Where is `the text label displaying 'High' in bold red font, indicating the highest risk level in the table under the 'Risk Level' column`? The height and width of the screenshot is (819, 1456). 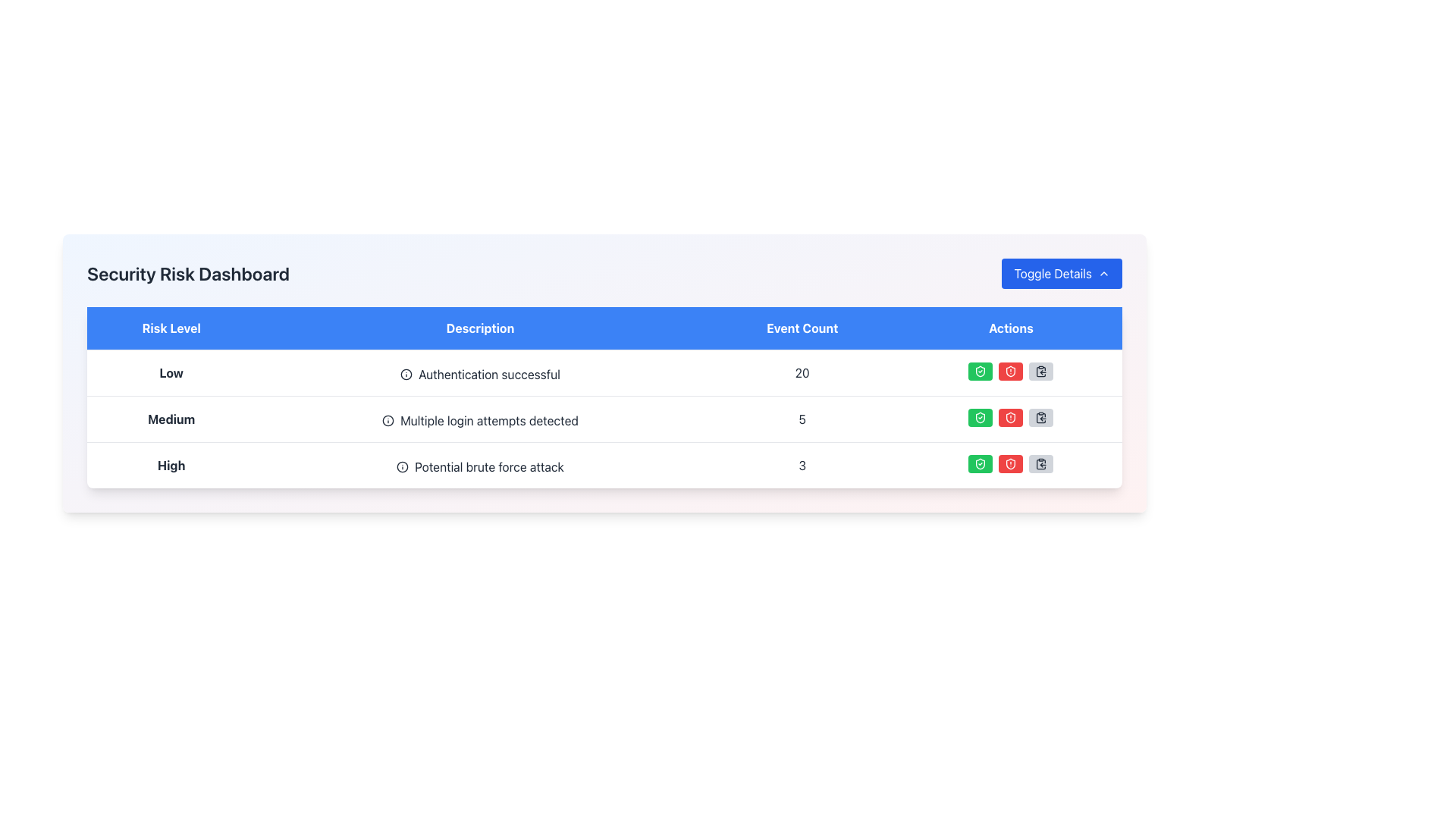
the text label displaying 'High' in bold red font, indicating the highest risk level in the table under the 'Risk Level' column is located at coordinates (171, 464).